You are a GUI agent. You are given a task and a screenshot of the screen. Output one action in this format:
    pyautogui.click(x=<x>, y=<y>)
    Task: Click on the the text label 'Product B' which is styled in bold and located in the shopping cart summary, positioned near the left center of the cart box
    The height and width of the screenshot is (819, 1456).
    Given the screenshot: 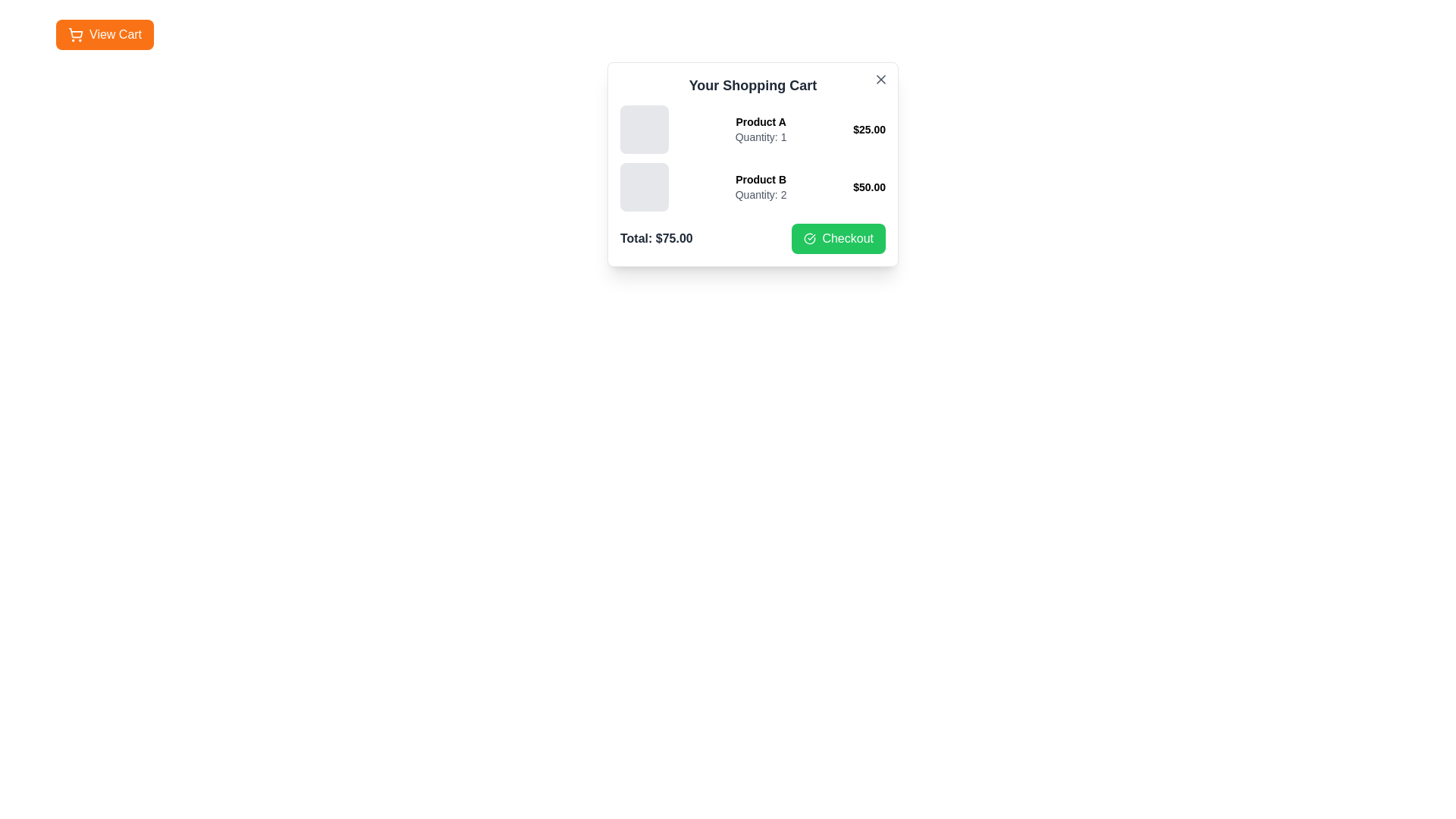 What is the action you would take?
    pyautogui.click(x=761, y=178)
    